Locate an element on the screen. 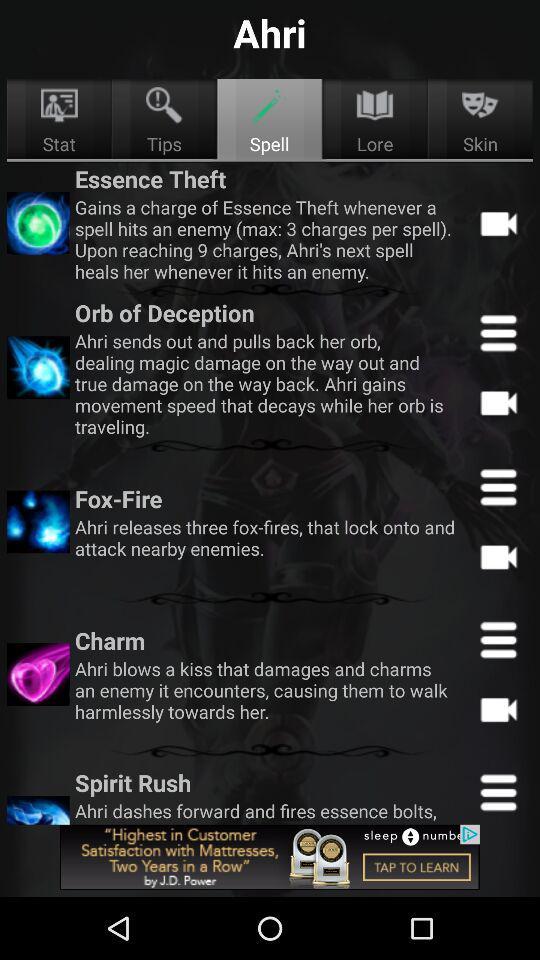 The width and height of the screenshot is (540, 960). video player is located at coordinates (497, 556).